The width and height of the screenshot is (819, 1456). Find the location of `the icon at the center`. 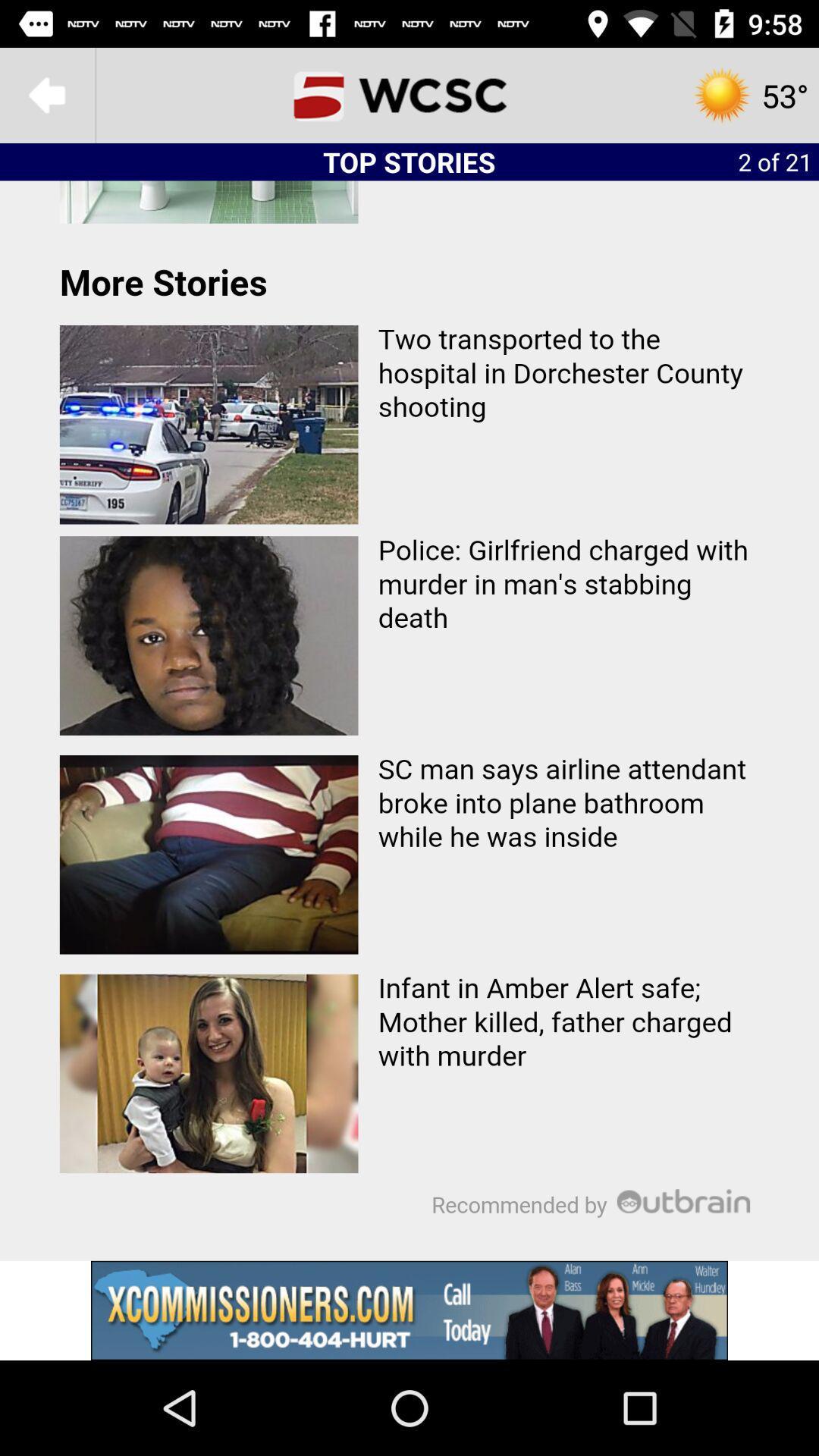

the icon at the center is located at coordinates (409, 720).